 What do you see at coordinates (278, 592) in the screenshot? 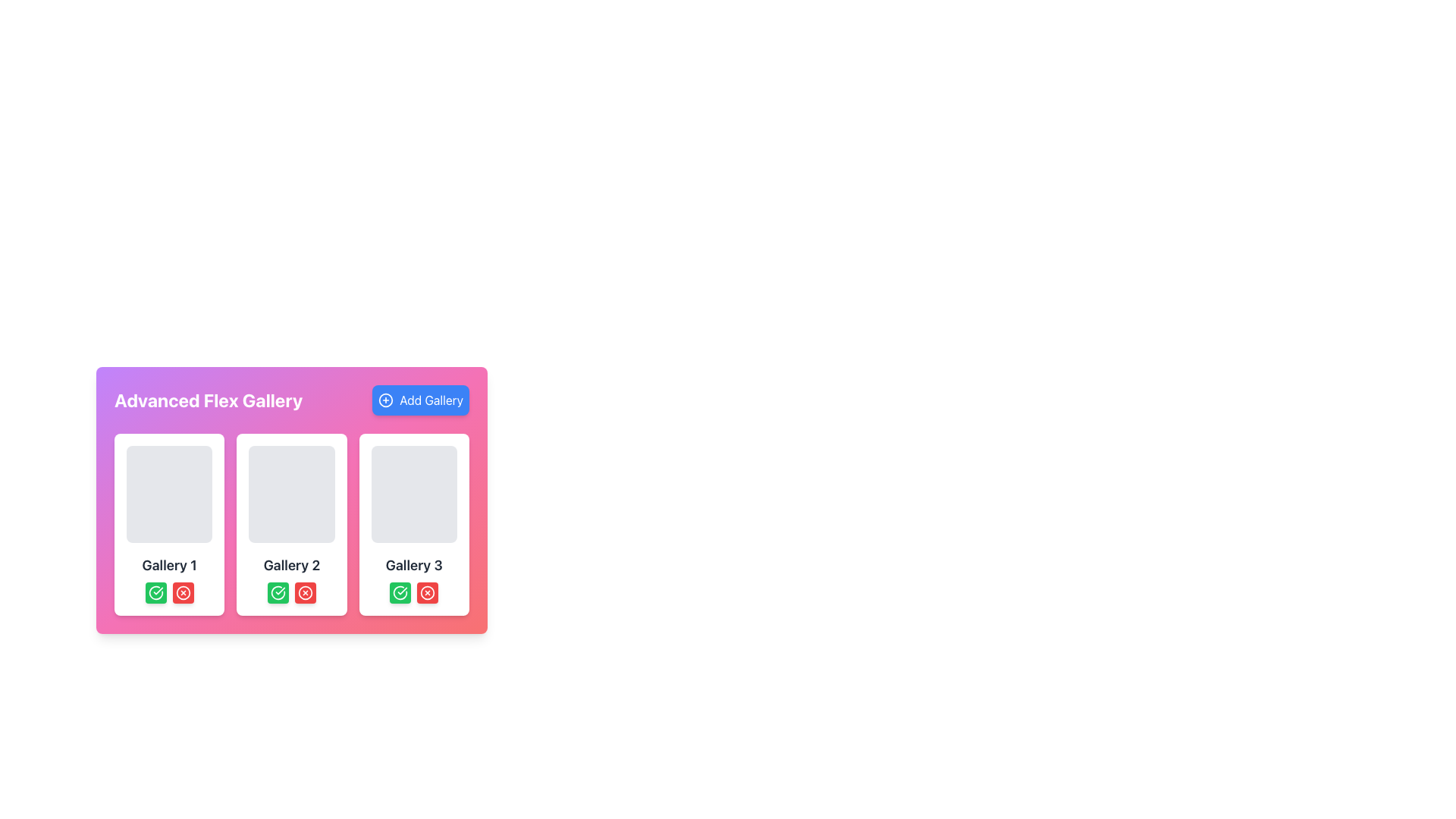
I see `the leftmost confirmation button in the 'Gallery 2' section` at bounding box center [278, 592].